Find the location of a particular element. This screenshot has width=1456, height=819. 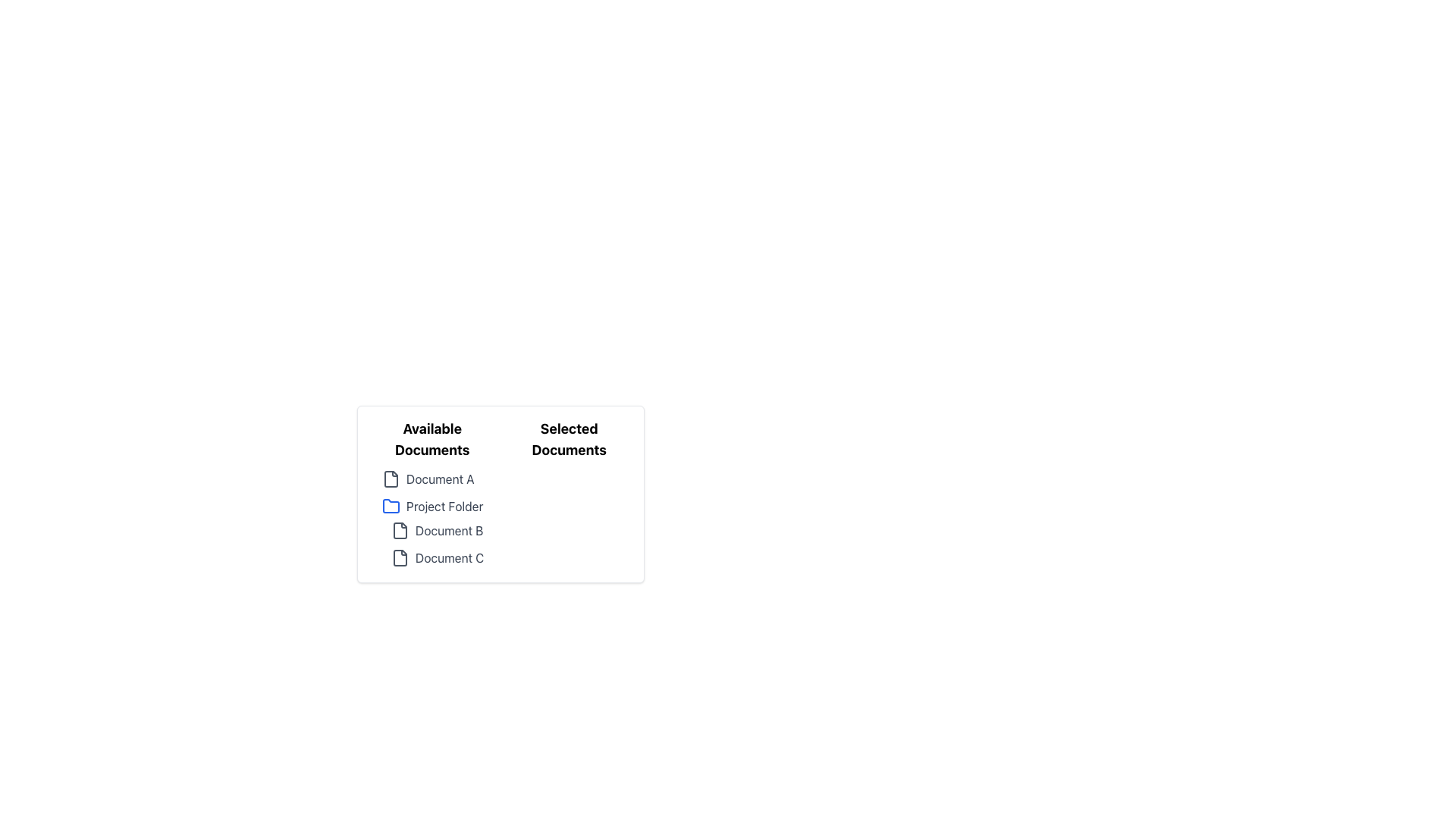

the first entry in the list of available documents, which displays 'Document A' with a file icon is located at coordinates (431, 479).